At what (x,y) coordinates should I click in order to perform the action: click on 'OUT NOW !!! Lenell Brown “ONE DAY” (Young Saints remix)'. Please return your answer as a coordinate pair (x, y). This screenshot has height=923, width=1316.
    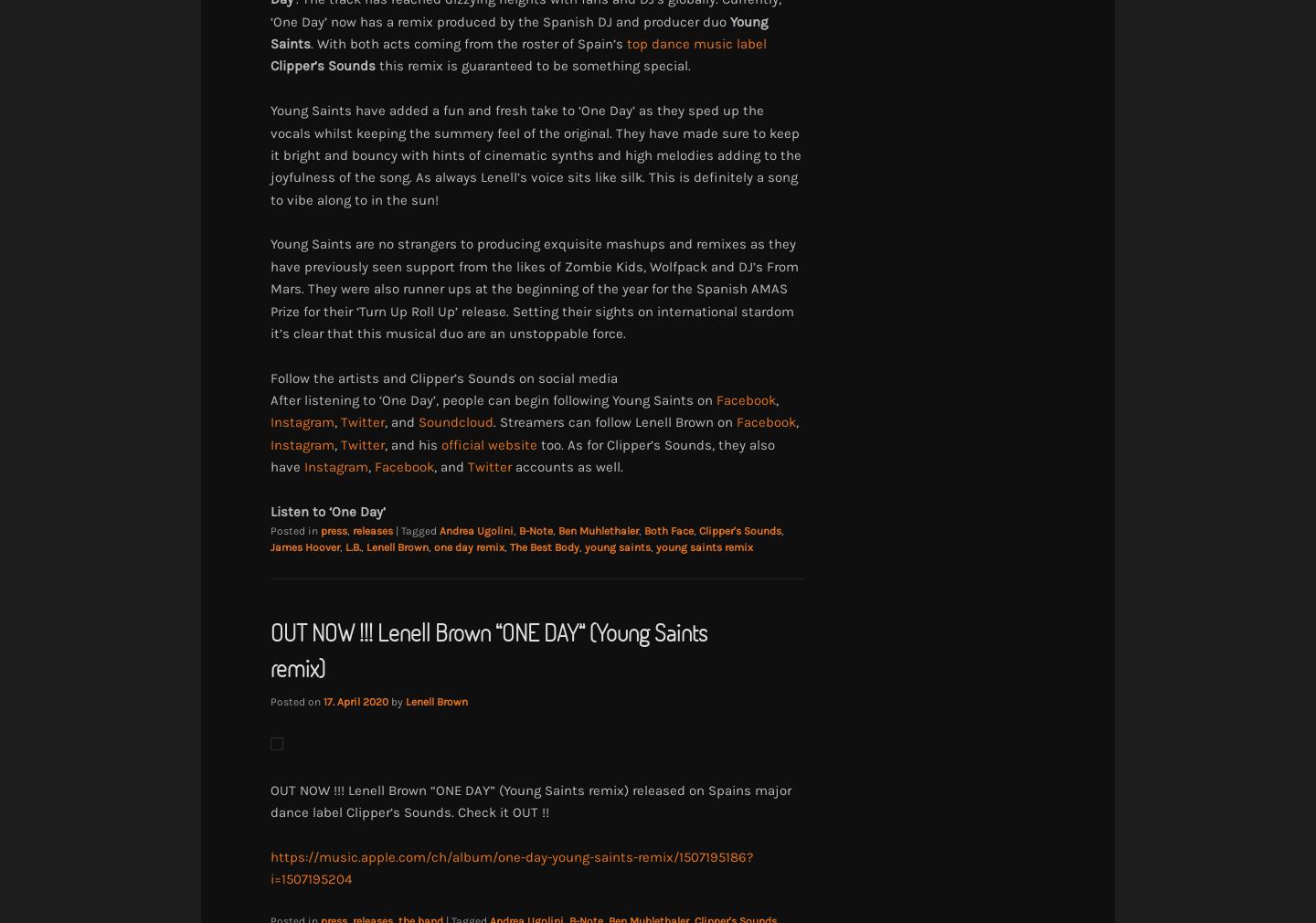
    Looking at the image, I should click on (270, 649).